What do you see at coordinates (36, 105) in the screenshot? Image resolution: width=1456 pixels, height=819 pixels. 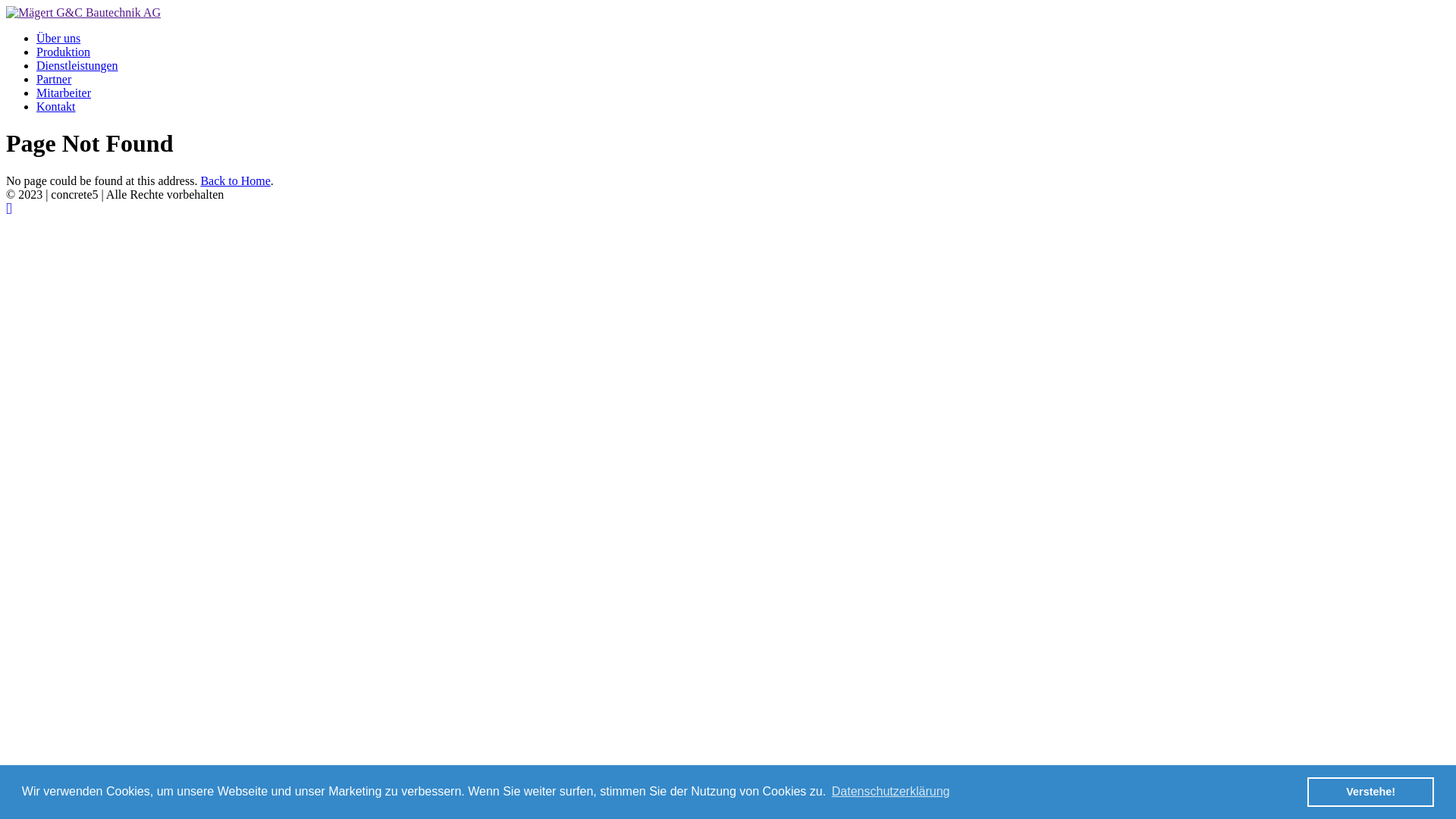 I see `'Kontakt'` at bounding box center [36, 105].